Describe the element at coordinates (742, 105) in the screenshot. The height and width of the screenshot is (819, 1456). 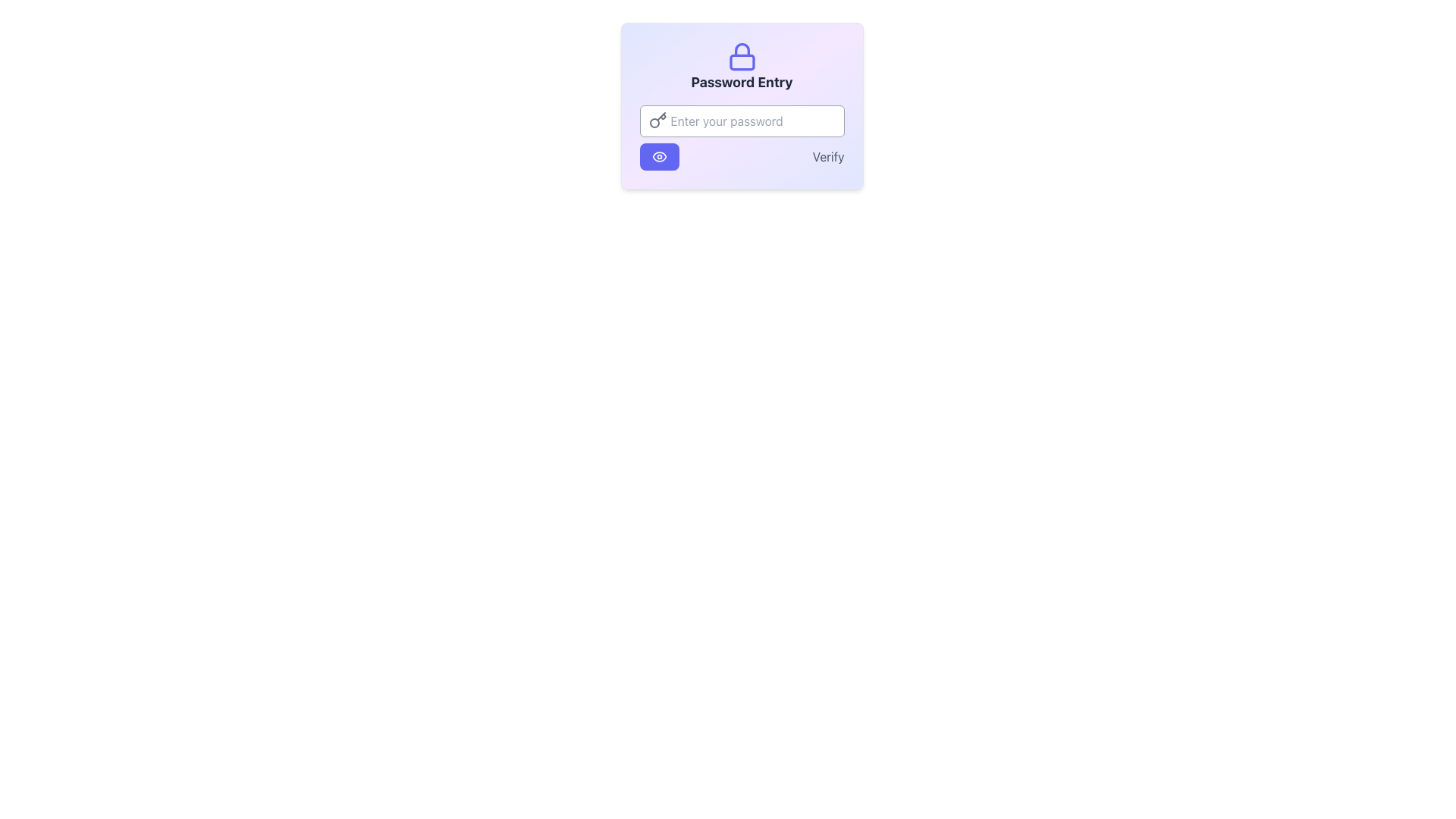
I see `the password input field located below the 'Password Entry' heading to focus on it for user authentication` at that location.